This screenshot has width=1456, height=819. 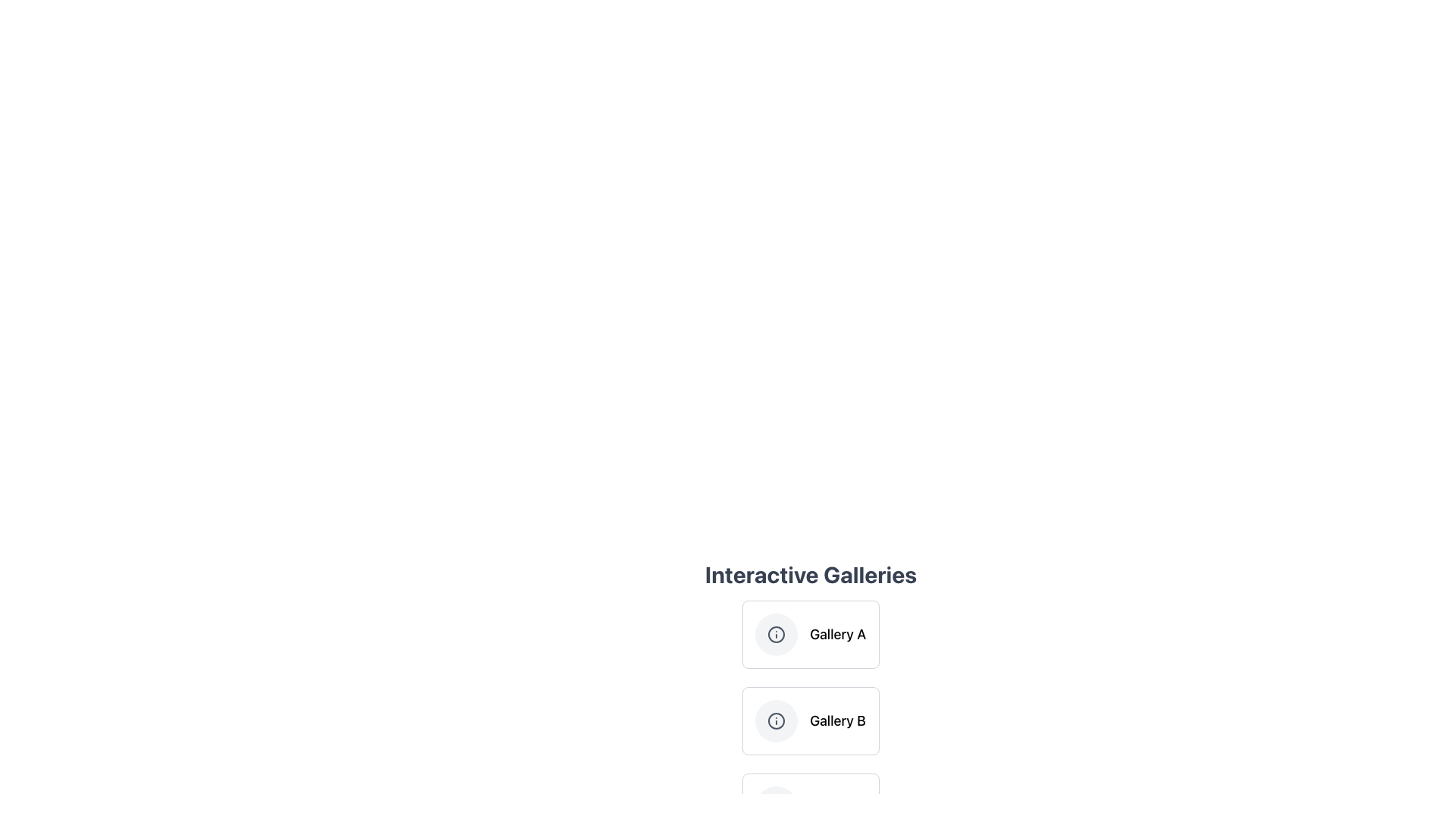 What do you see at coordinates (810, 720) in the screenshot?
I see `the second list item for 'Gallery B' under the heading 'Interactive Galleries'` at bounding box center [810, 720].